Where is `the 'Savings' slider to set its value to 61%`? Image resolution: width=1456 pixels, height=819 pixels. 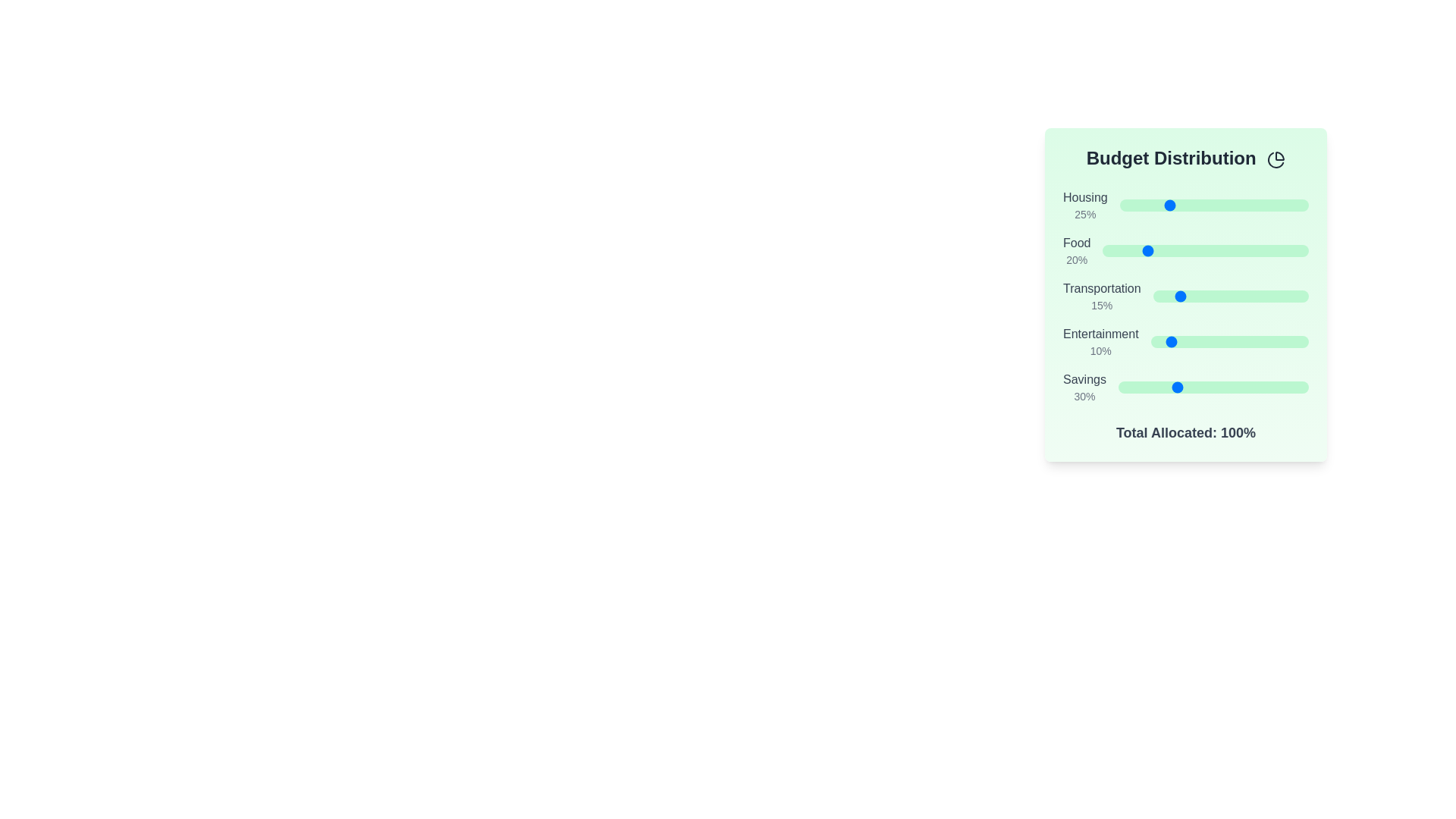
the 'Savings' slider to set its value to 61% is located at coordinates (1235, 386).